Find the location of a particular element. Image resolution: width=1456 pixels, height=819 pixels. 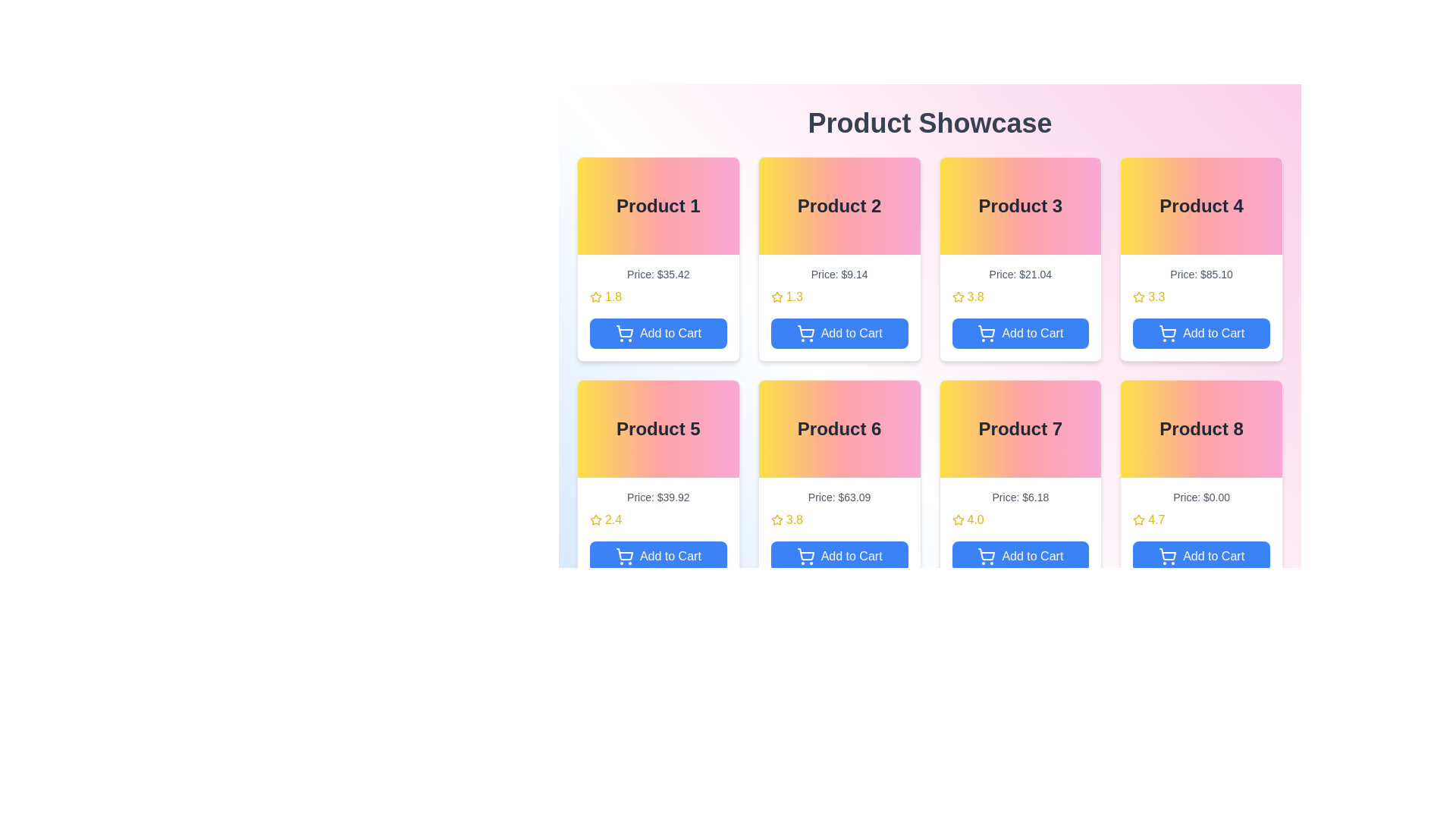

the blue 'Add to Cart' button with rounded corners located below the product price and rating is located at coordinates (1020, 556).